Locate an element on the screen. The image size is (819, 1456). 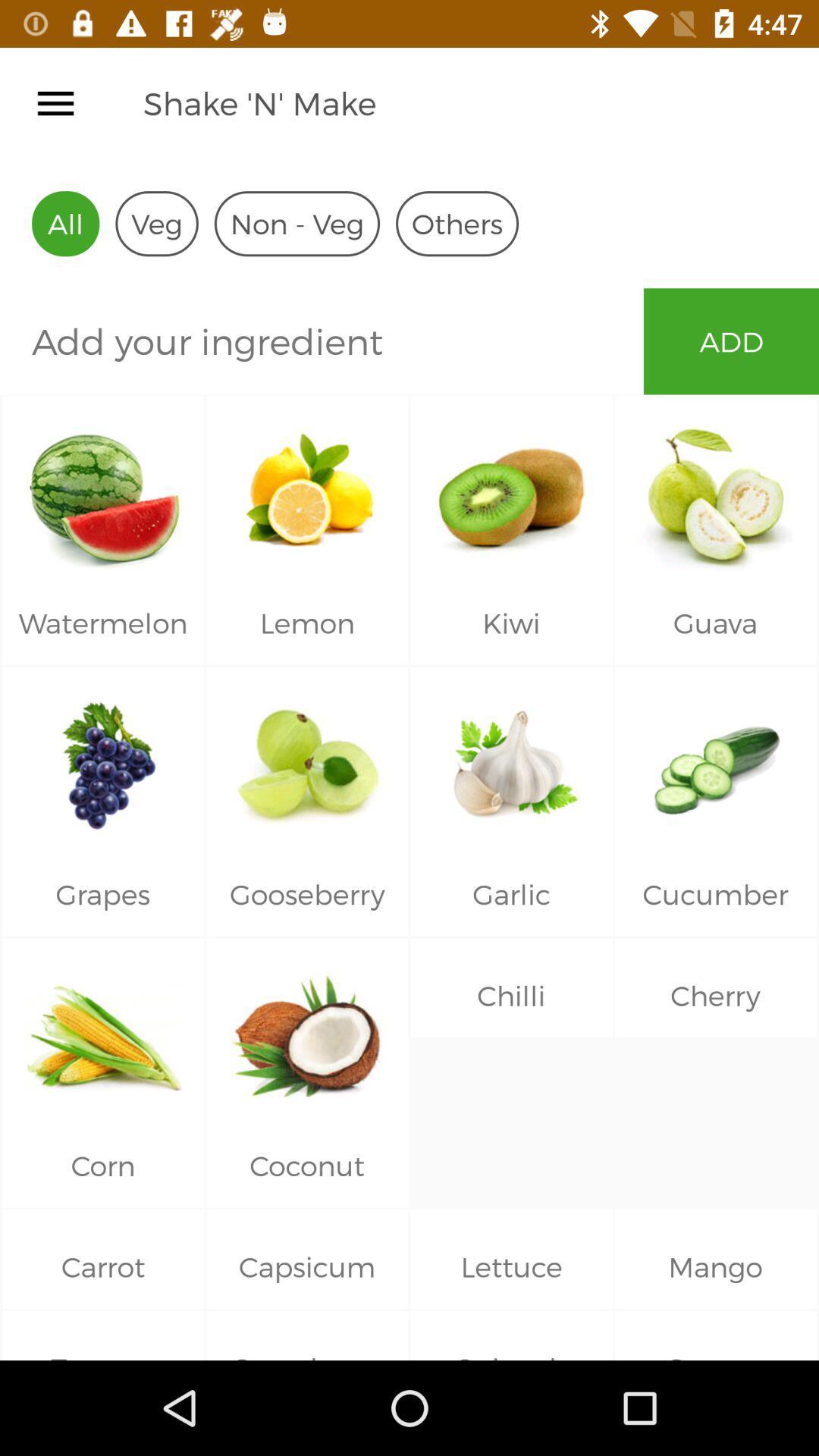
the grapes image is located at coordinates (102, 760).